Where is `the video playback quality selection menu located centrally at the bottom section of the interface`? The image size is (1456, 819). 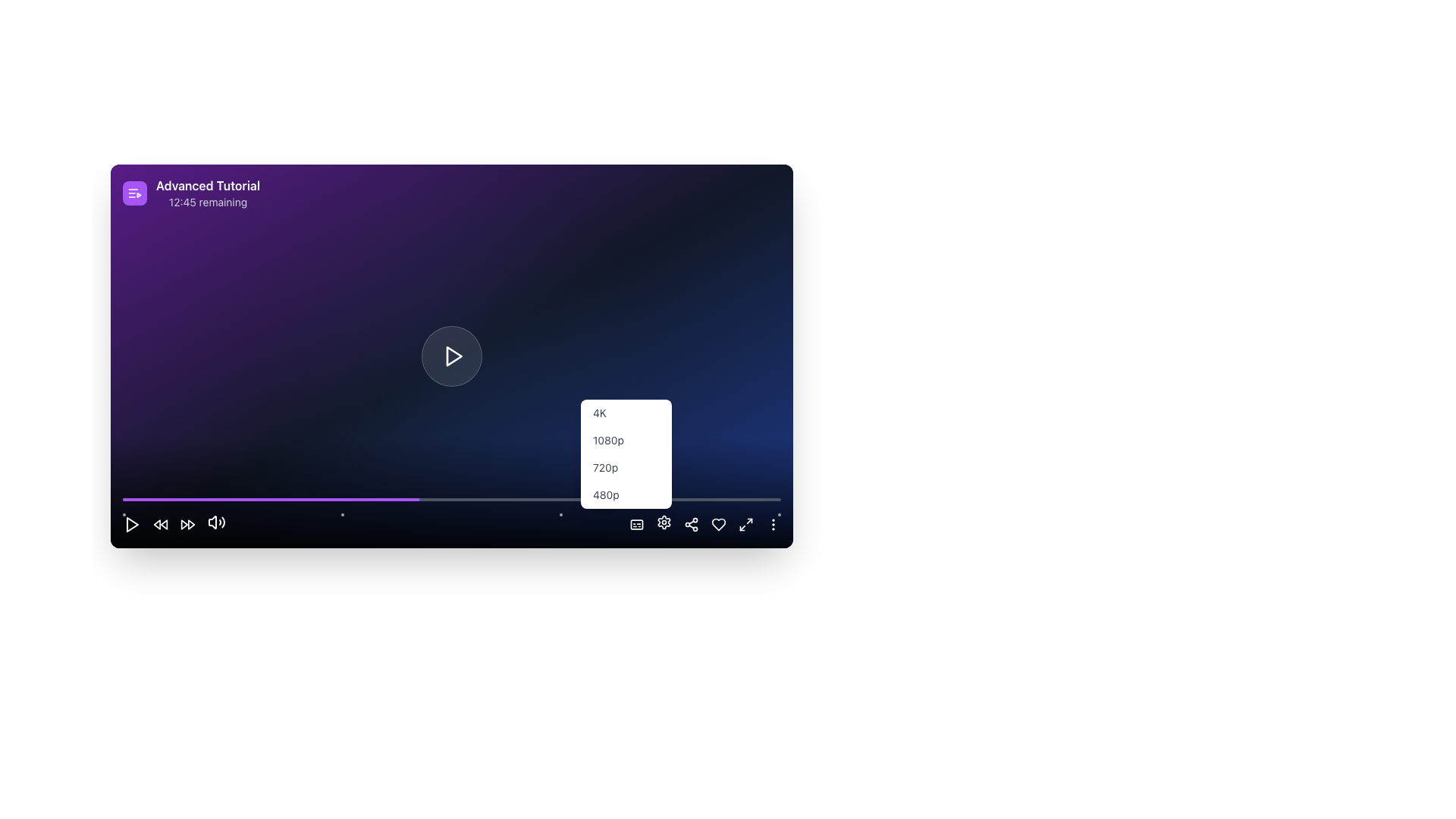 the video playback quality selection menu located centrally at the bottom section of the interface is located at coordinates (450, 523).